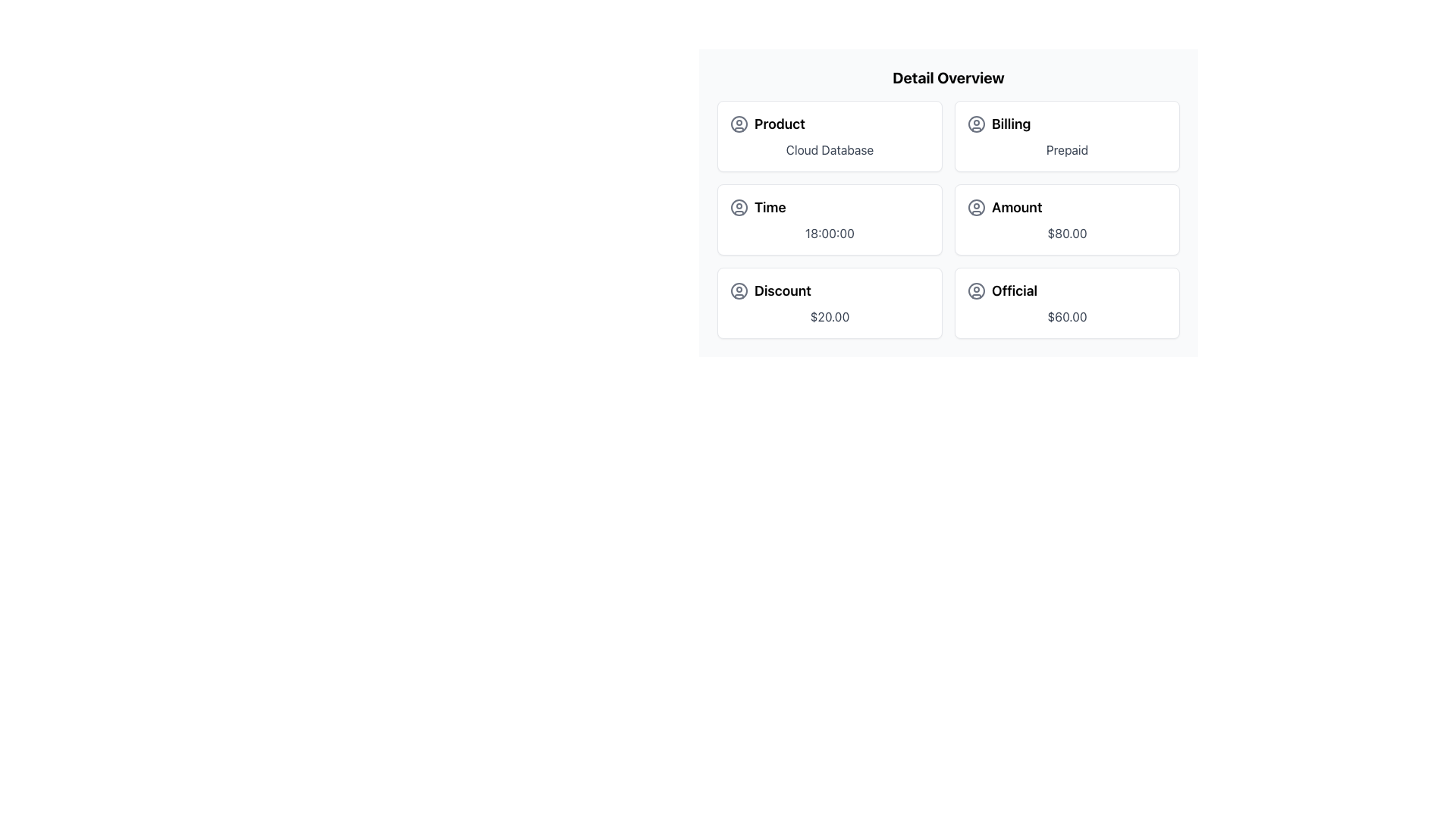 The width and height of the screenshot is (1456, 819). I want to click on the user or account icon located in the bottom-right section of the 'Detail Overview' interface, so click(976, 291).